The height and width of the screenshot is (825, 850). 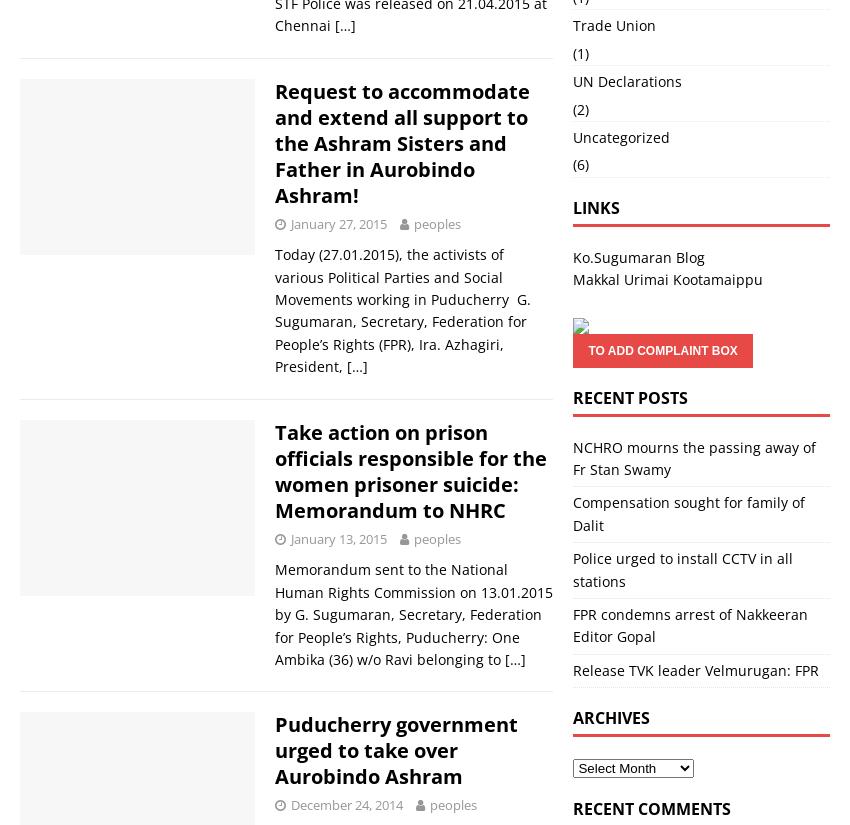 What do you see at coordinates (572, 205) in the screenshot?
I see `'Links'` at bounding box center [572, 205].